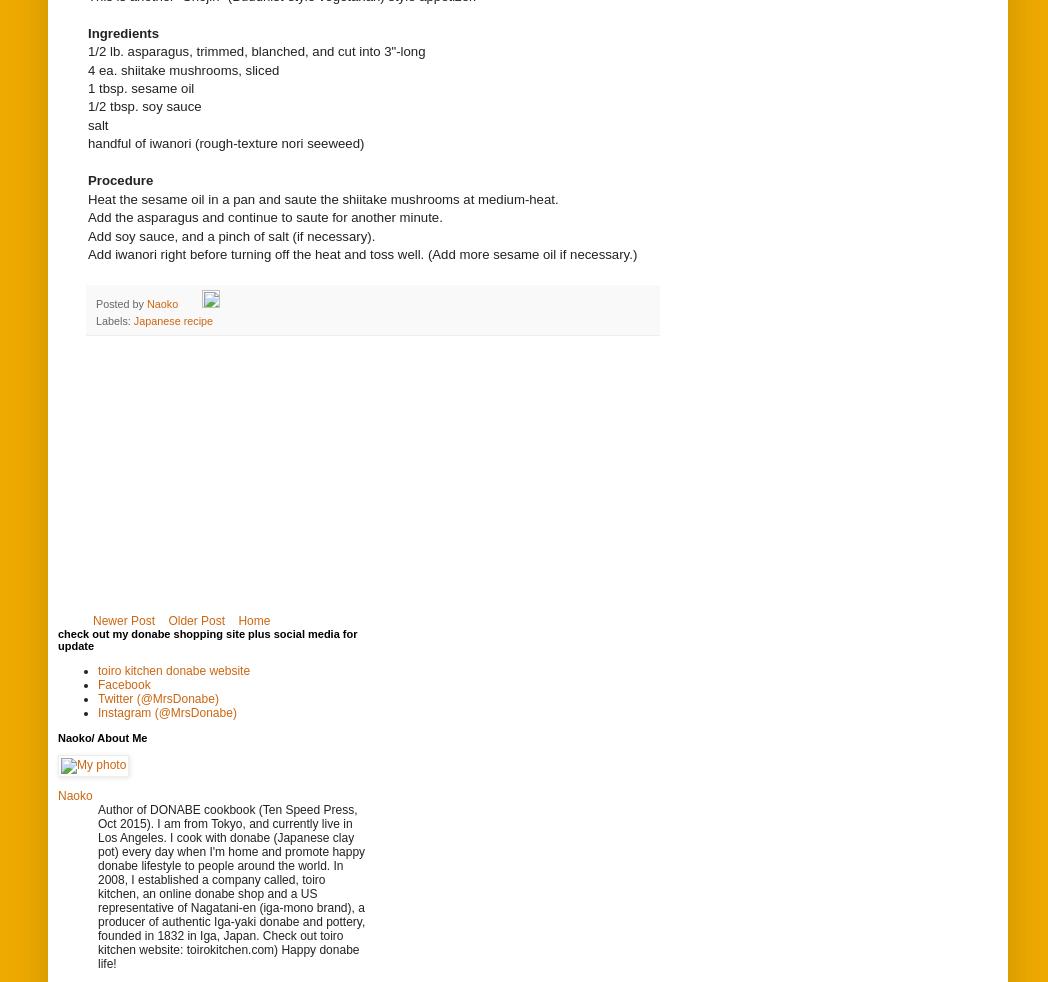  What do you see at coordinates (122, 31) in the screenshot?
I see `'Ingredients'` at bounding box center [122, 31].